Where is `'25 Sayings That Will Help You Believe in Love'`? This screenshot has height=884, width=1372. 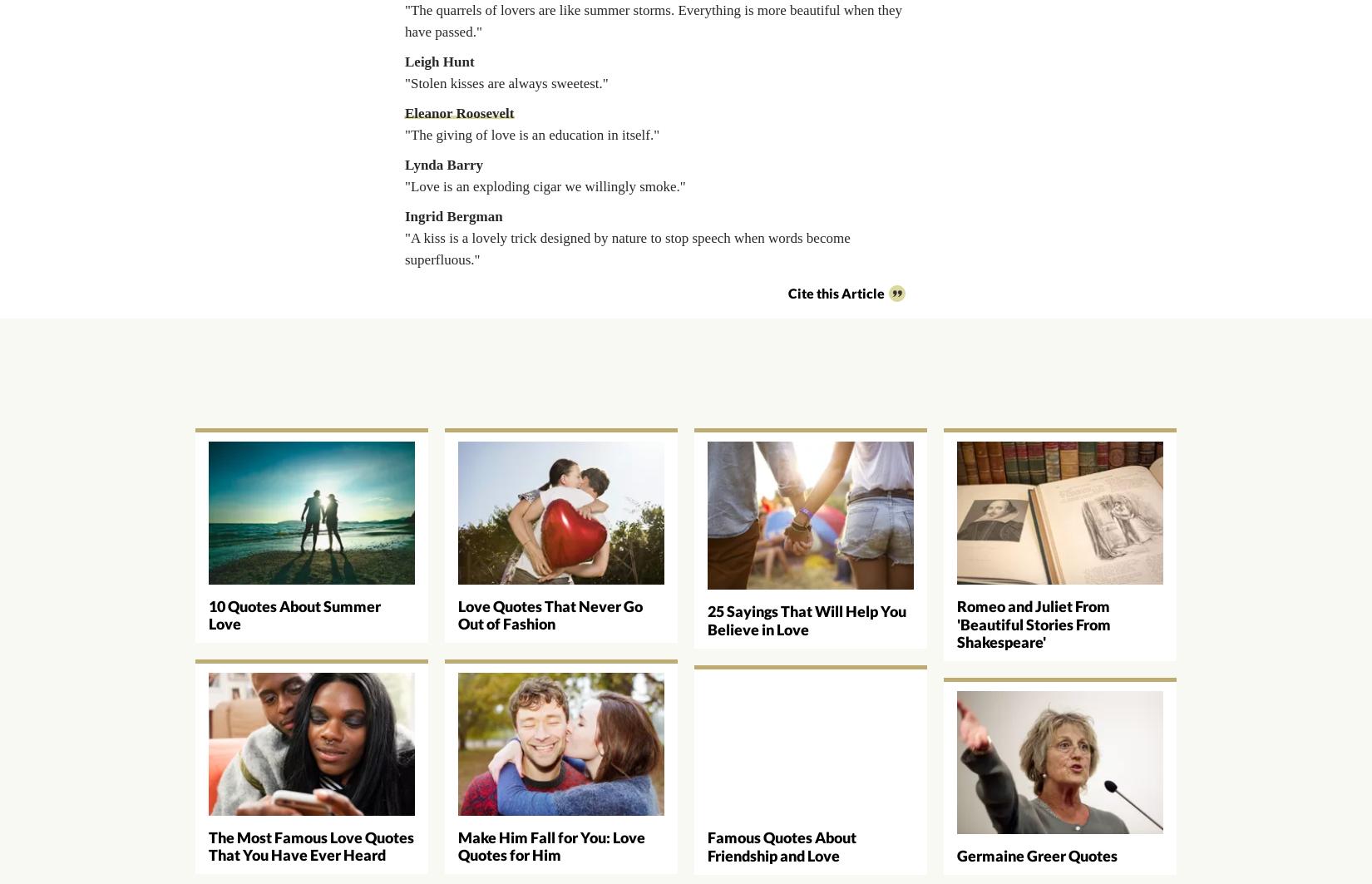
'25 Sayings That Will Help You Believe in Love' is located at coordinates (807, 619).